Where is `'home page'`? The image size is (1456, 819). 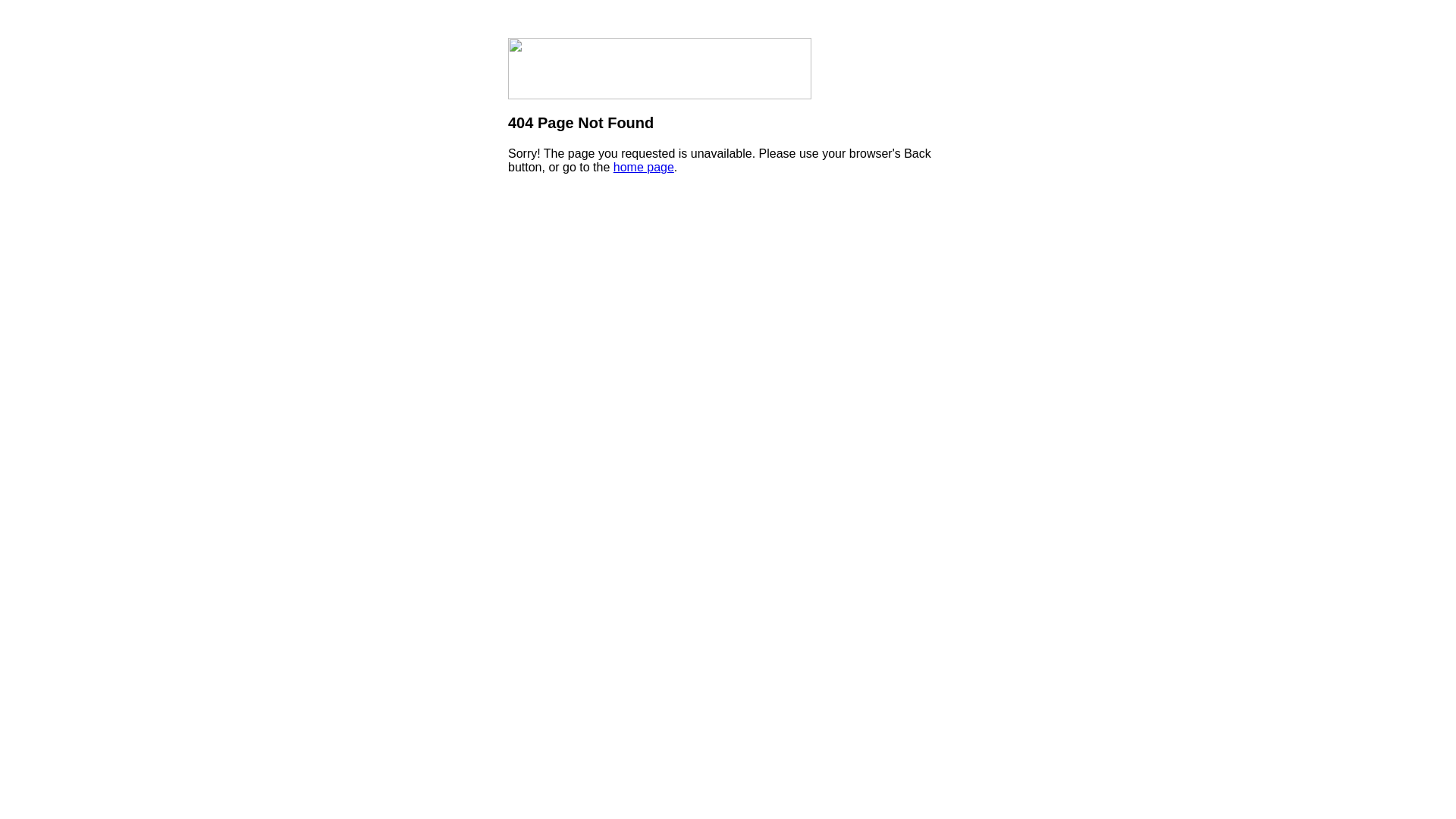 'home page' is located at coordinates (644, 167).